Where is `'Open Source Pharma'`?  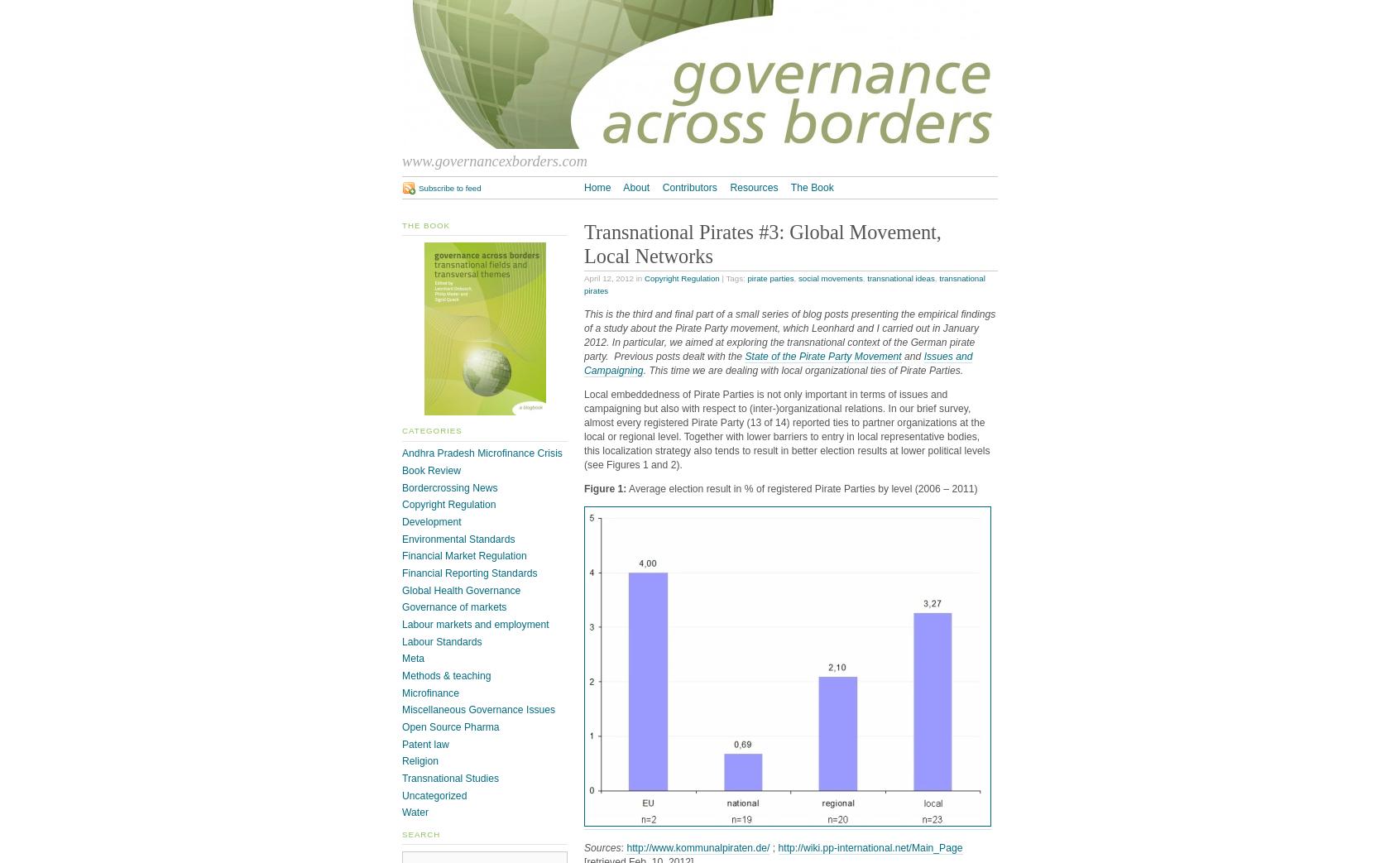 'Open Source Pharma' is located at coordinates (450, 726).